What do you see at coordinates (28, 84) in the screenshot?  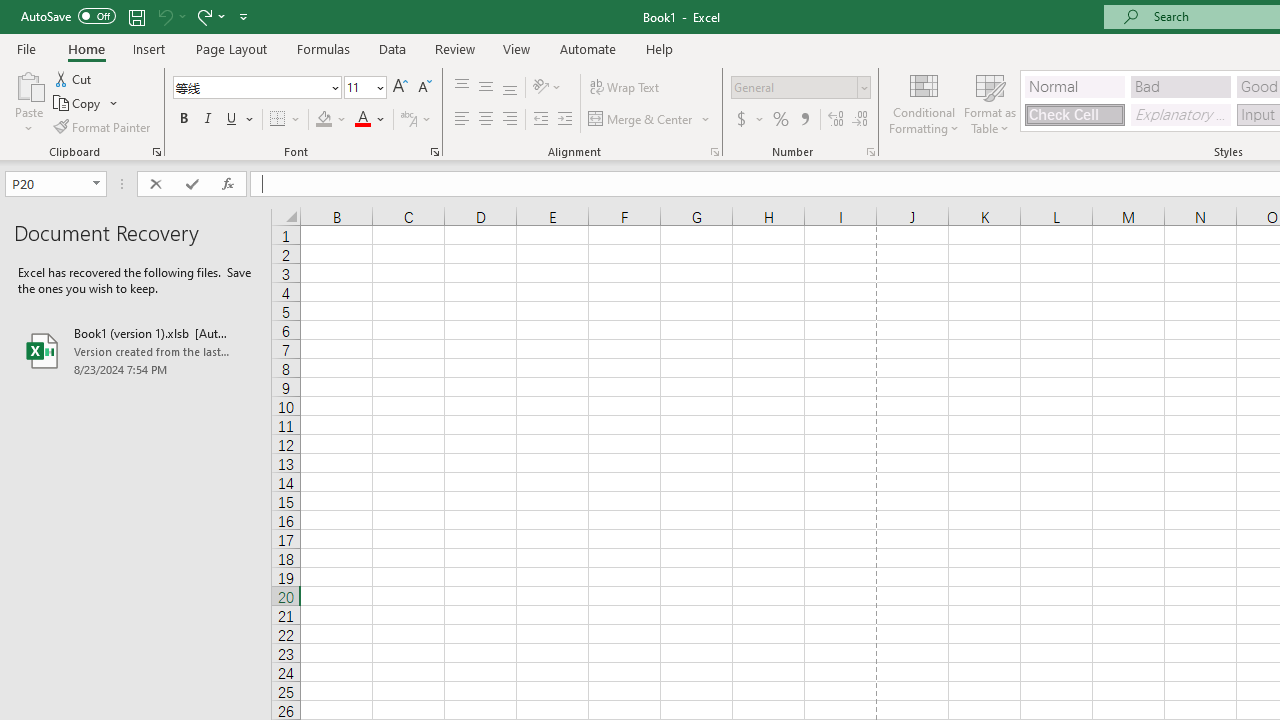 I see `'Paste'` at bounding box center [28, 84].